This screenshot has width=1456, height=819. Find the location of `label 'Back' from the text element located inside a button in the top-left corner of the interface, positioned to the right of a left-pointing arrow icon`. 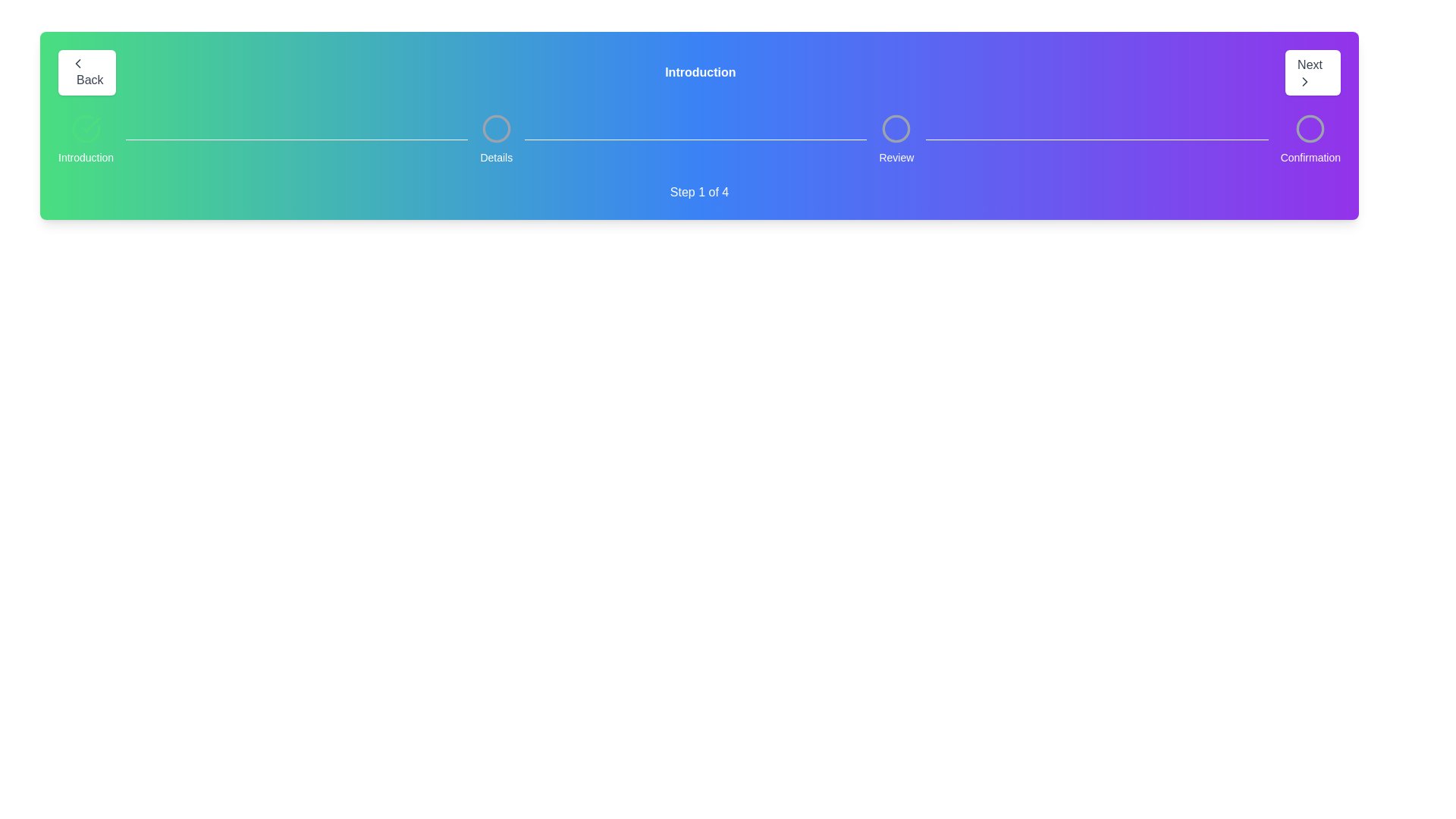

label 'Back' from the text element located inside a button in the top-left corner of the interface, positioned to the right of a left-pointing arrow icon is located at coordinates (89, 80).